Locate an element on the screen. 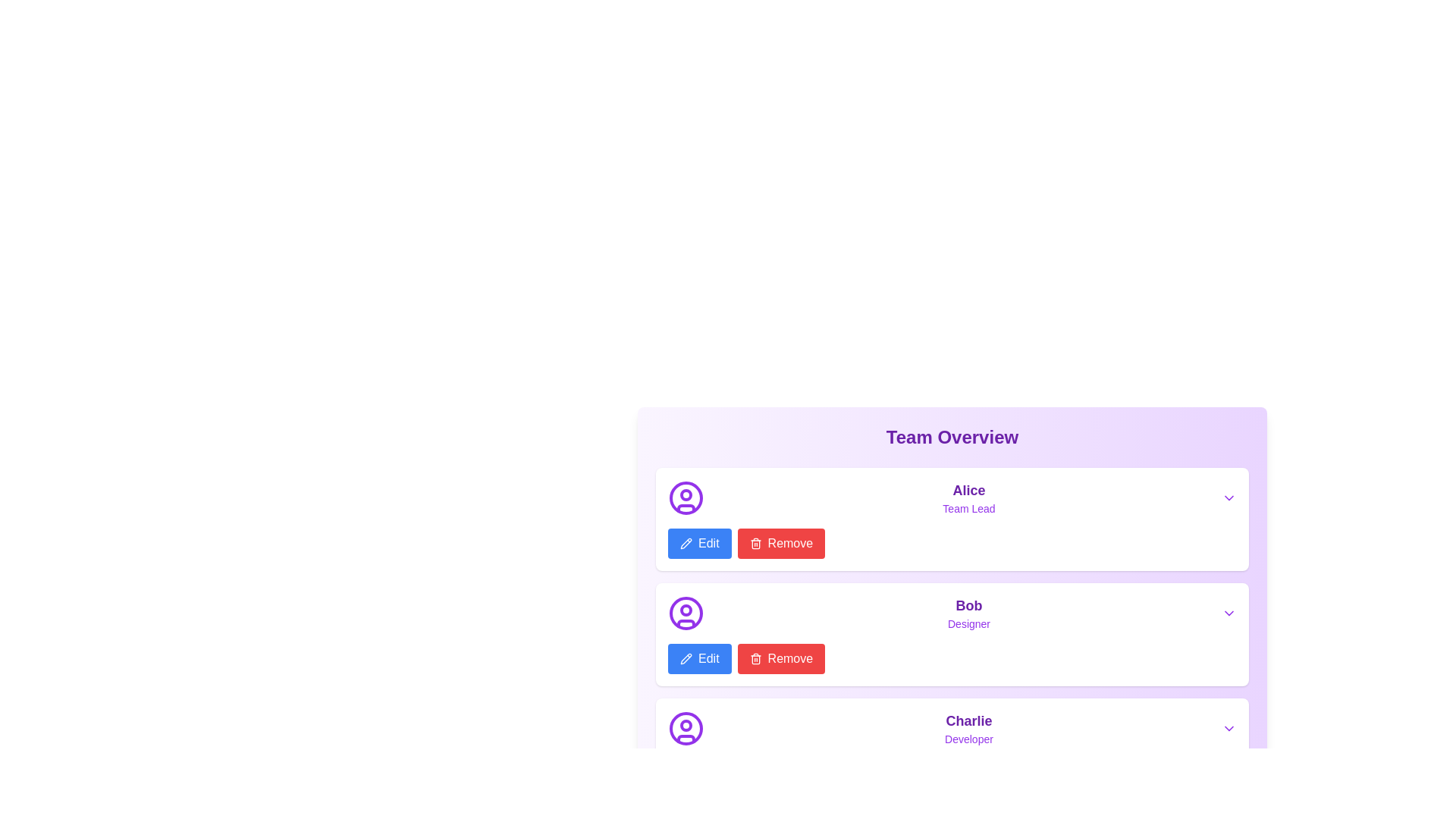 This screenshot has width=1456, height=819. the user profile card is located at coordinates (952, 748).